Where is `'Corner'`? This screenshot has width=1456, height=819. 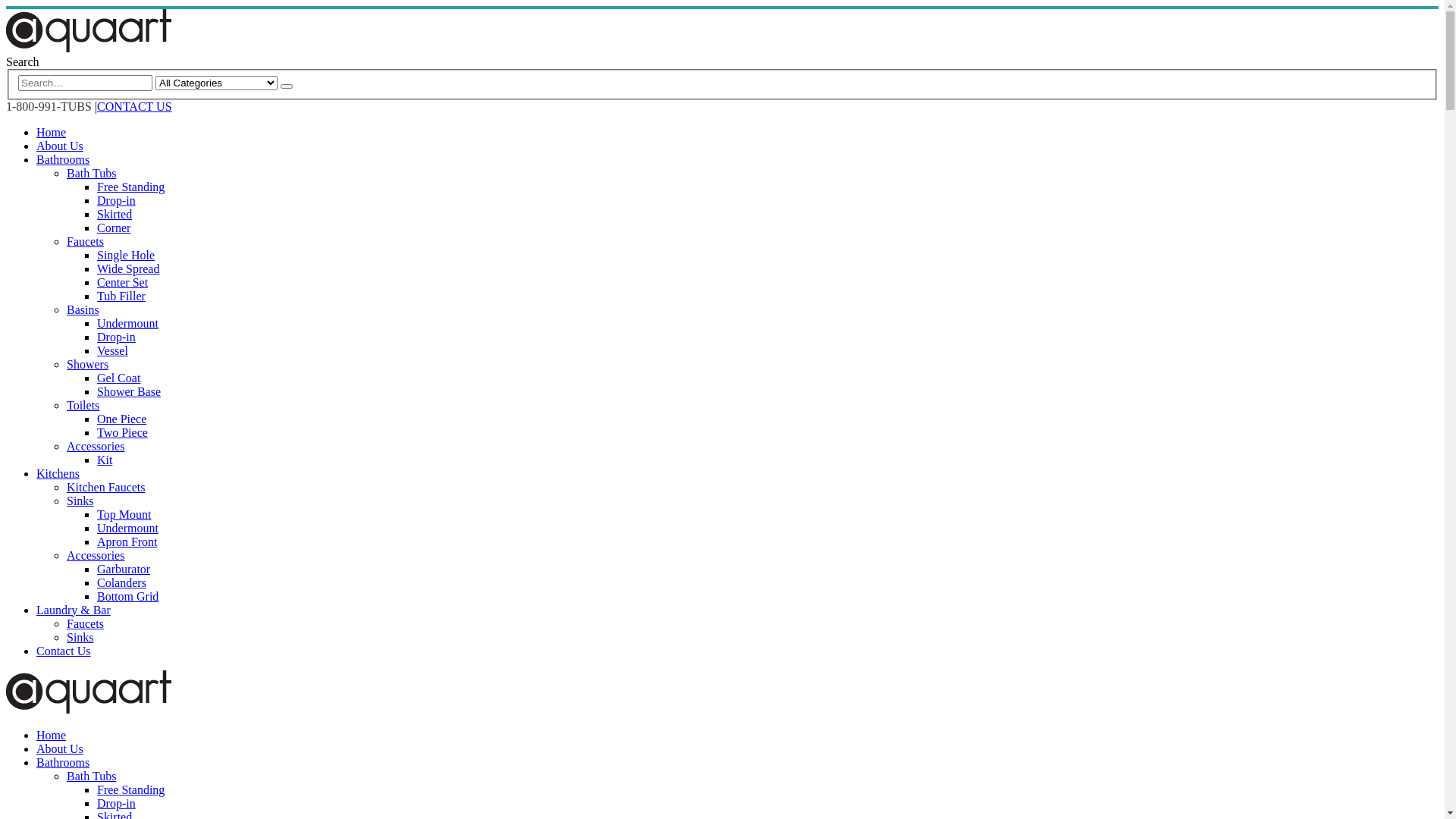
'Corner' is located at coordinates (112, 227).